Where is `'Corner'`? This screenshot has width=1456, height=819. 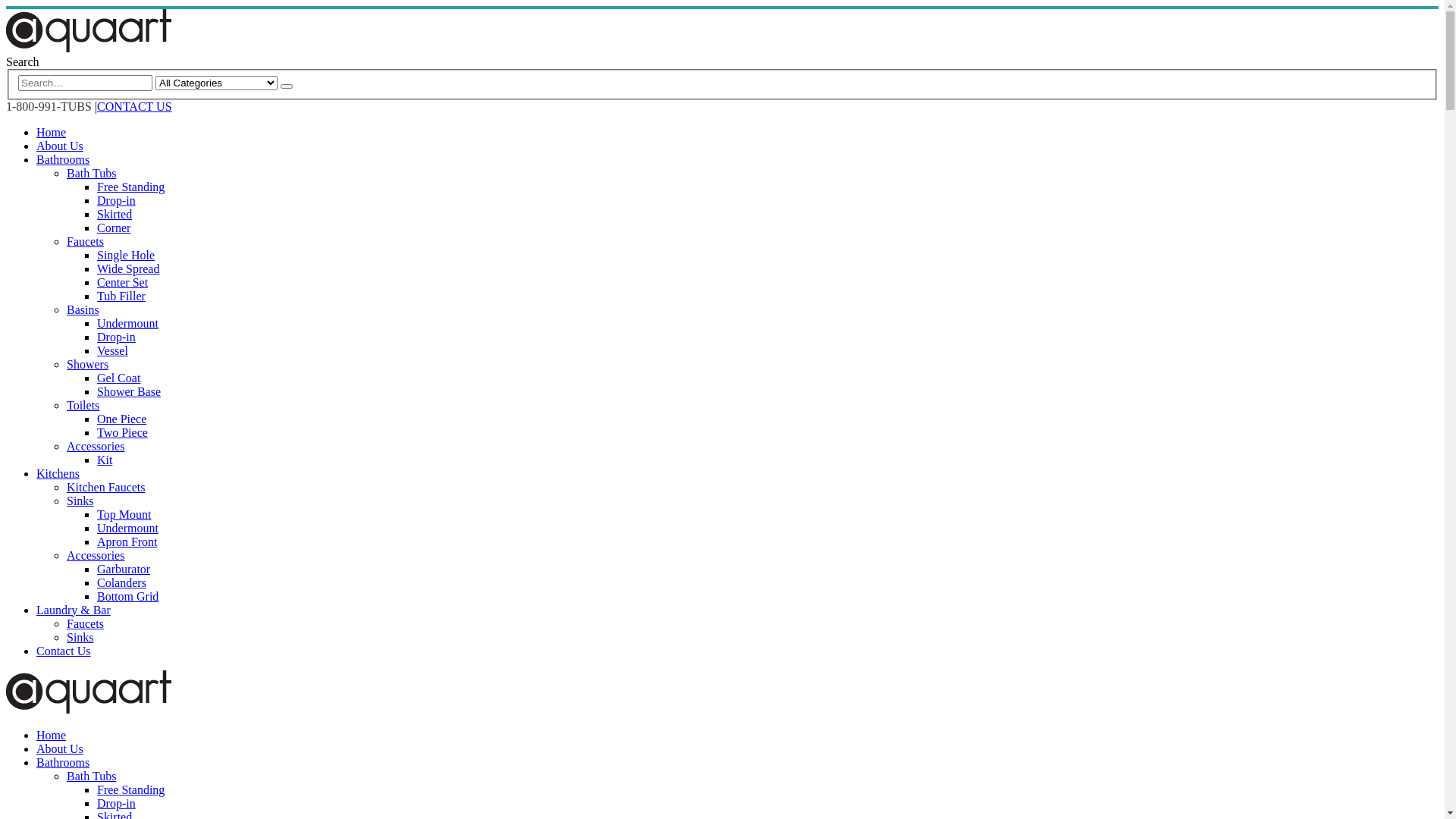
'Corner' is located at coordinates (112, 227).